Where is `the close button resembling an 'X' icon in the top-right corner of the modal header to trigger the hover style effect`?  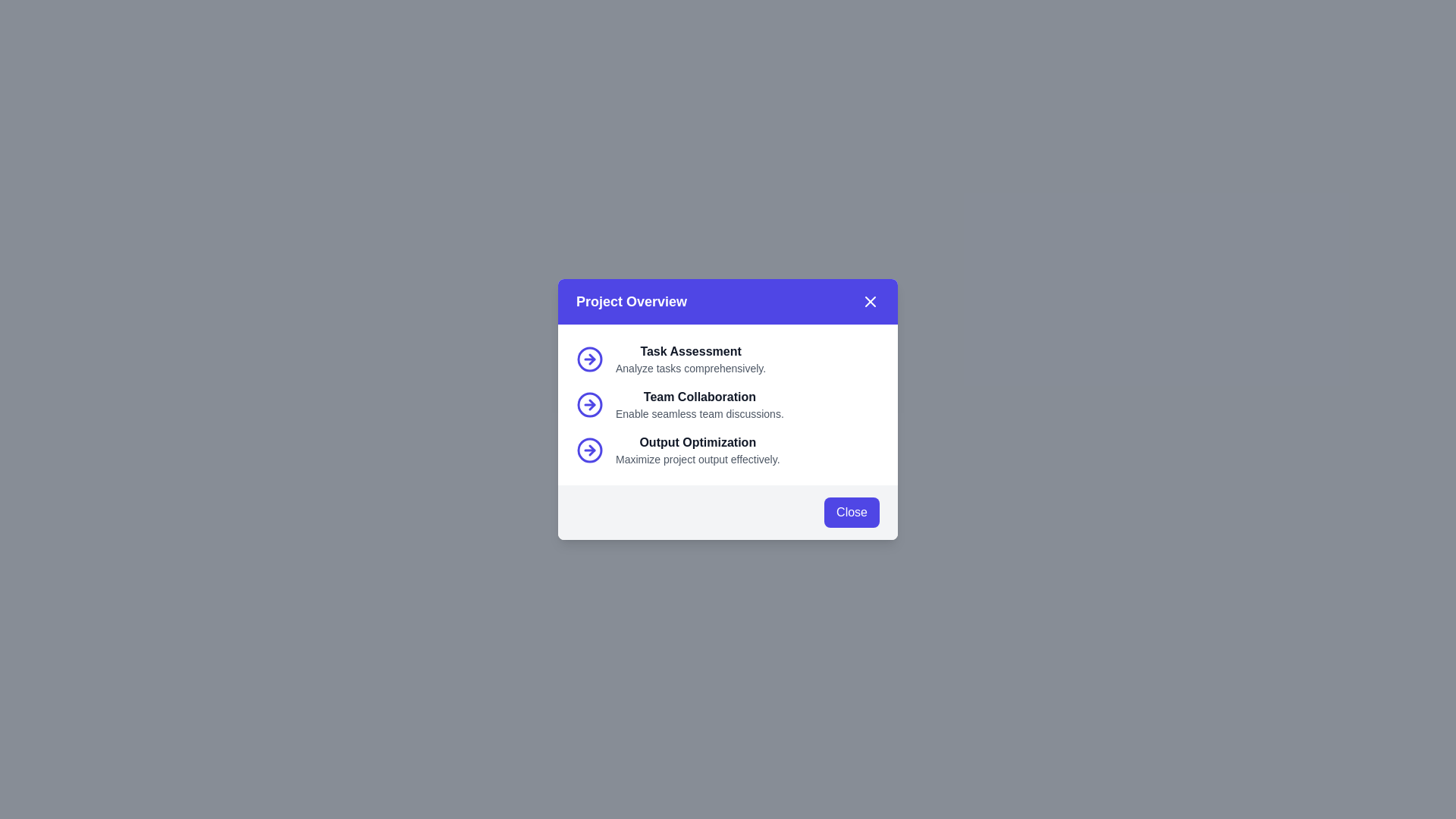
the close button resembling an 'X' icon in the top-right corner of the modal header to trigger the hover style effect is located at coordinates (870, 301).